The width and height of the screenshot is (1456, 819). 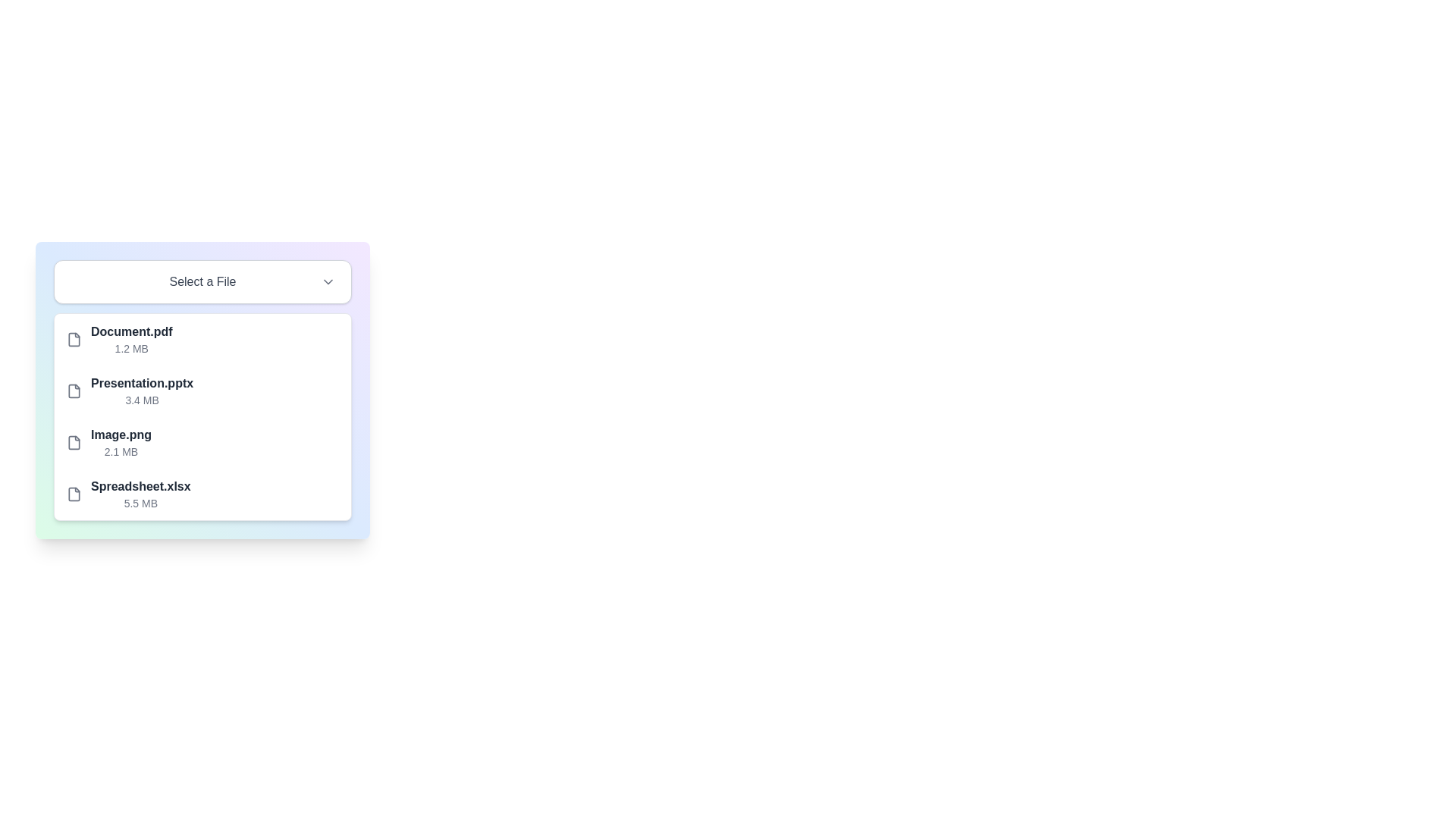 What do you see at coordinates (202, 390) in the screenshot?
I see `the second file entry in the list titled 'Select a File' that displays 'Presentation.pptx'` at bounding box center [202, 390].